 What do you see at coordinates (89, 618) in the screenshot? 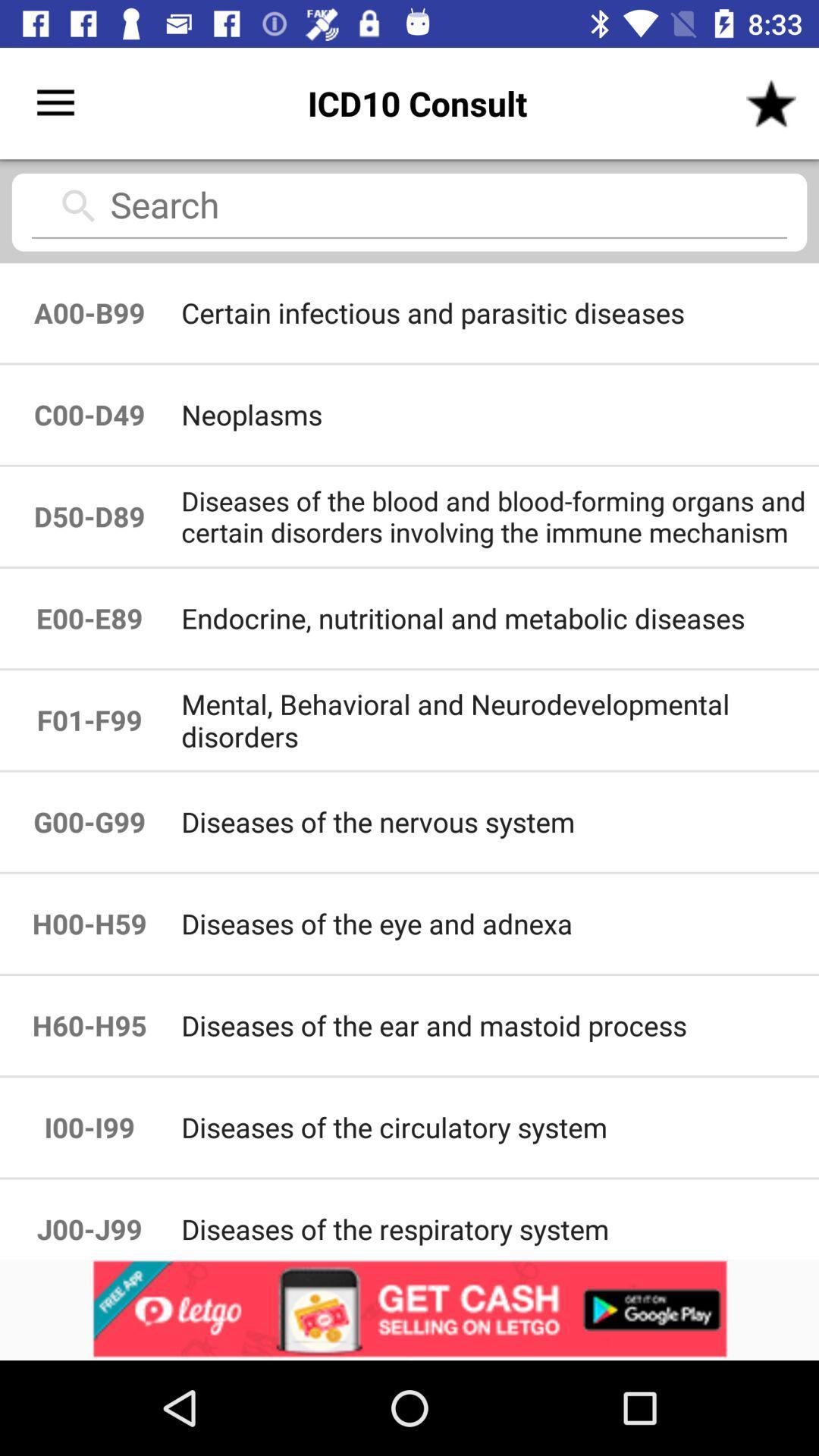
I see `item below the d50-d89` at bounding box center [89, 618].